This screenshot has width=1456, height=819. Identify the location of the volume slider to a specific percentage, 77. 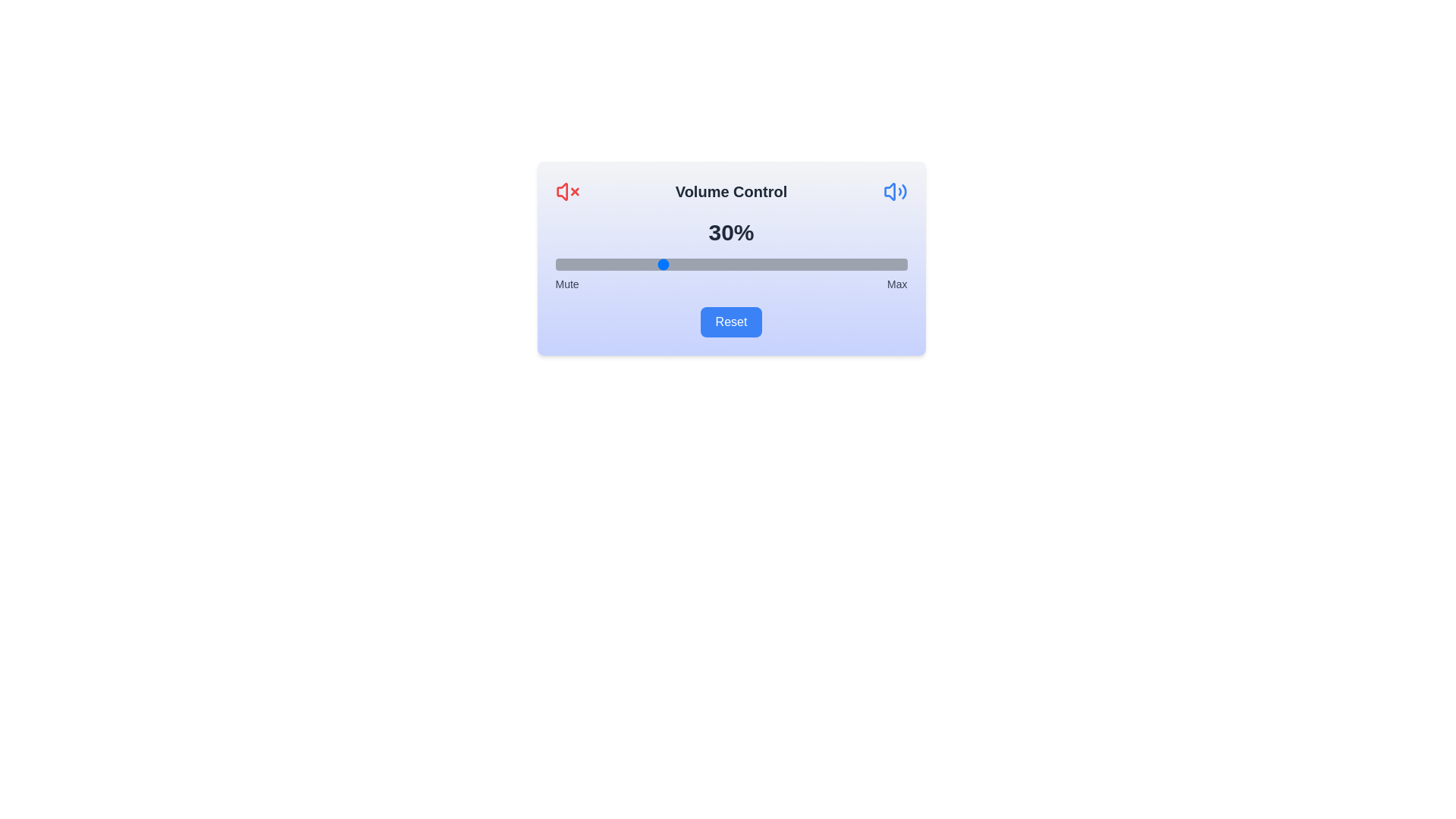
(825, 263).